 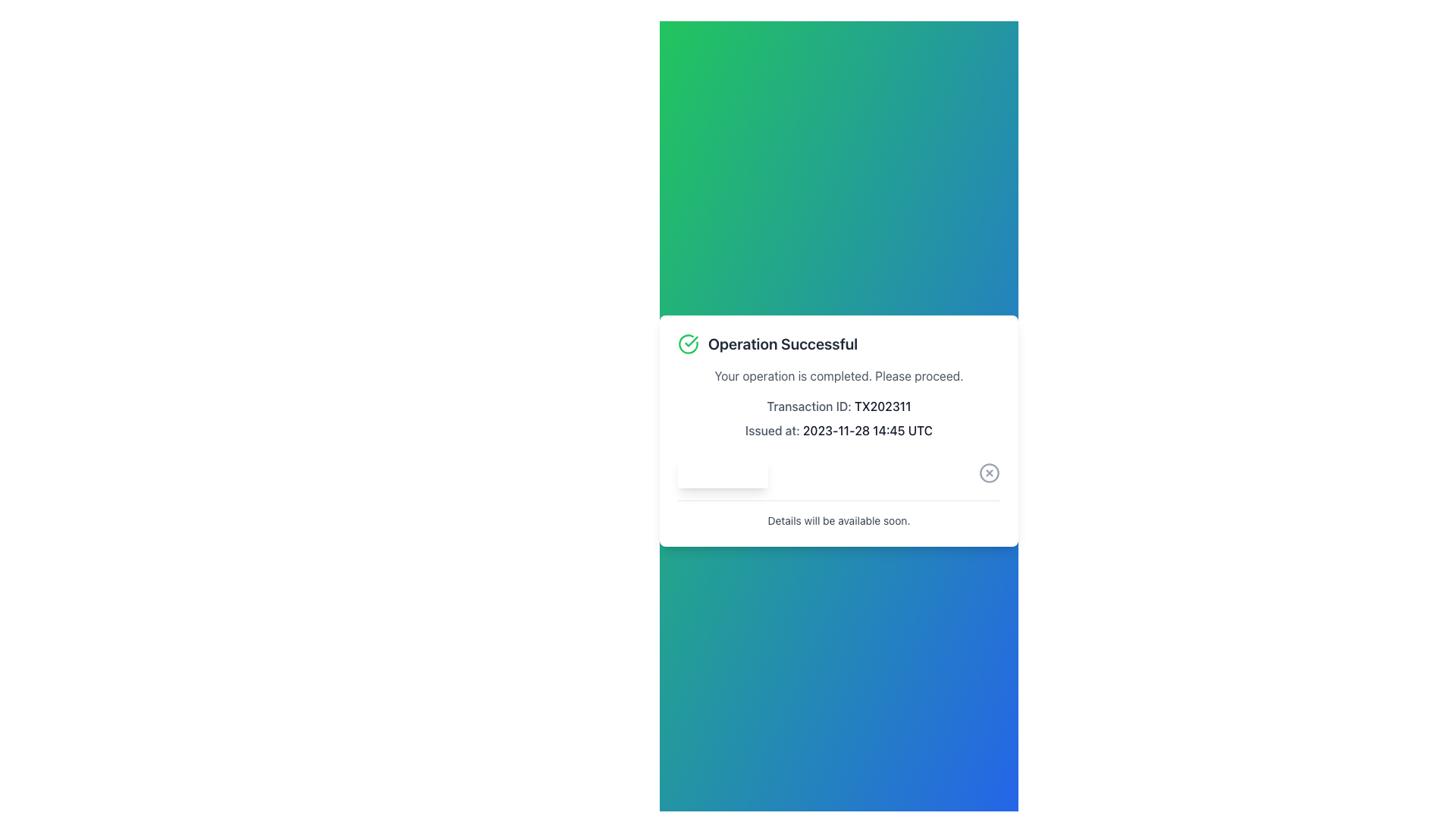 What do you see at coordinates (838, 418) in the screenshot?
I see `information displayed in the text block containing 'Transaction ID: TX202311' and 'Issued at: 2023-11-28 14:45 UTC', which is located below the main title and description within a white dialog box` at bounding box center [838, 418].